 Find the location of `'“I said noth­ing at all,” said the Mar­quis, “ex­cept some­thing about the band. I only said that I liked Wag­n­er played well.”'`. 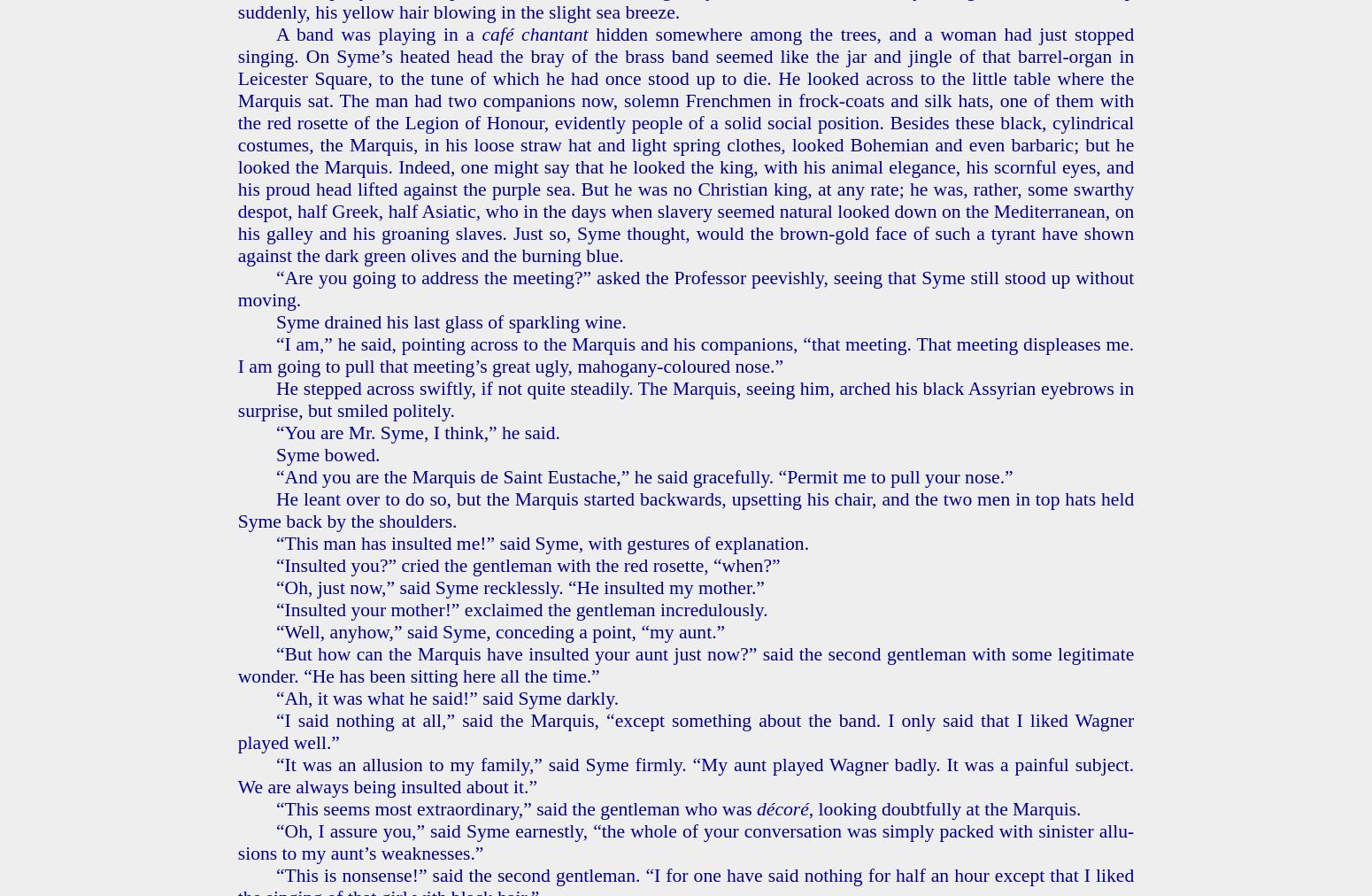

'“I said noth­ing at all,” said the Mar­quis, “ex­cept some­thing about the band. I only said that I liked Wag­n­er played well.”' is located at coordinates (685, 730).